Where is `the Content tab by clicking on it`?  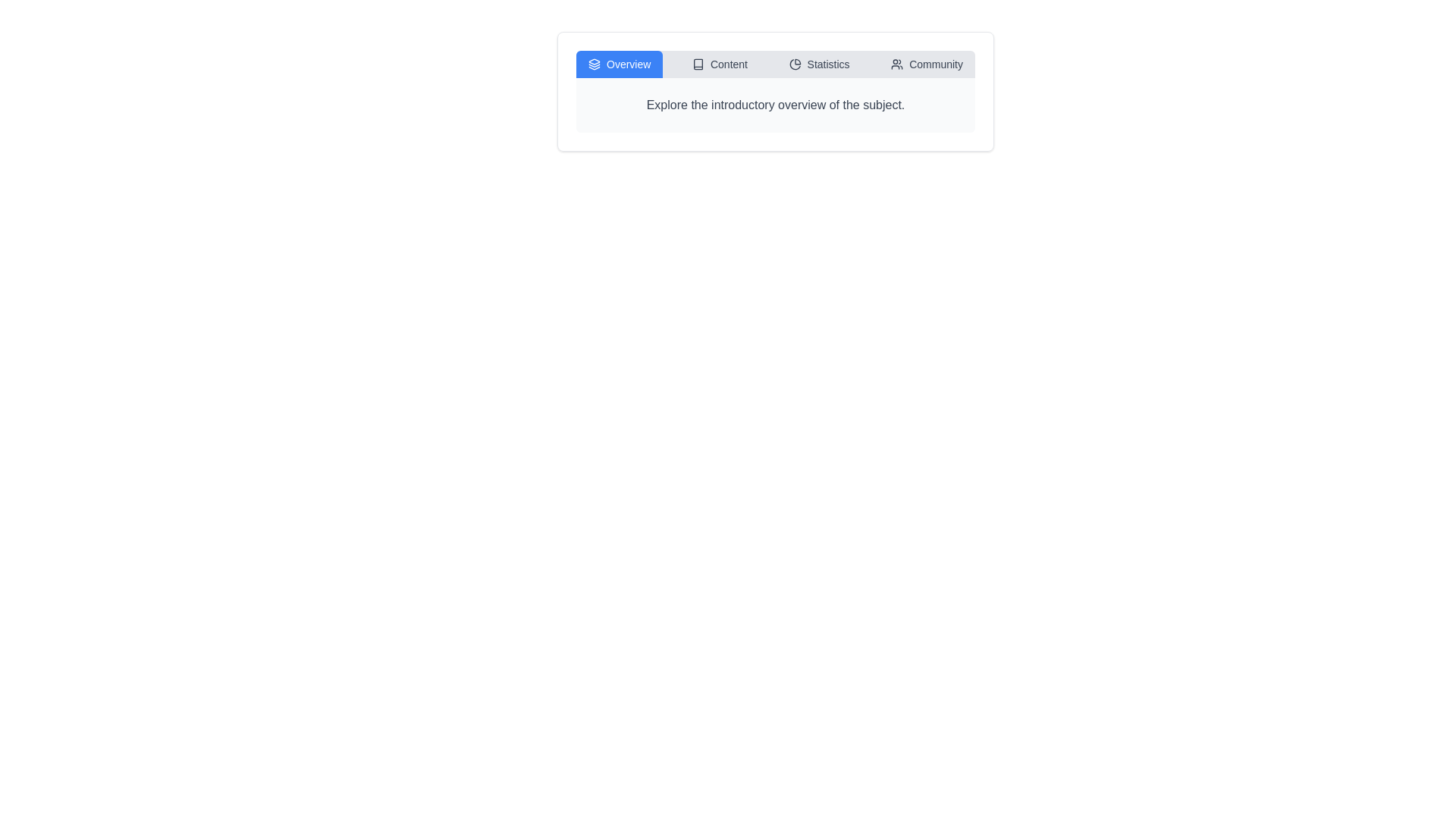
the Content tab by clicking on it is located at coordinates (719, 63).